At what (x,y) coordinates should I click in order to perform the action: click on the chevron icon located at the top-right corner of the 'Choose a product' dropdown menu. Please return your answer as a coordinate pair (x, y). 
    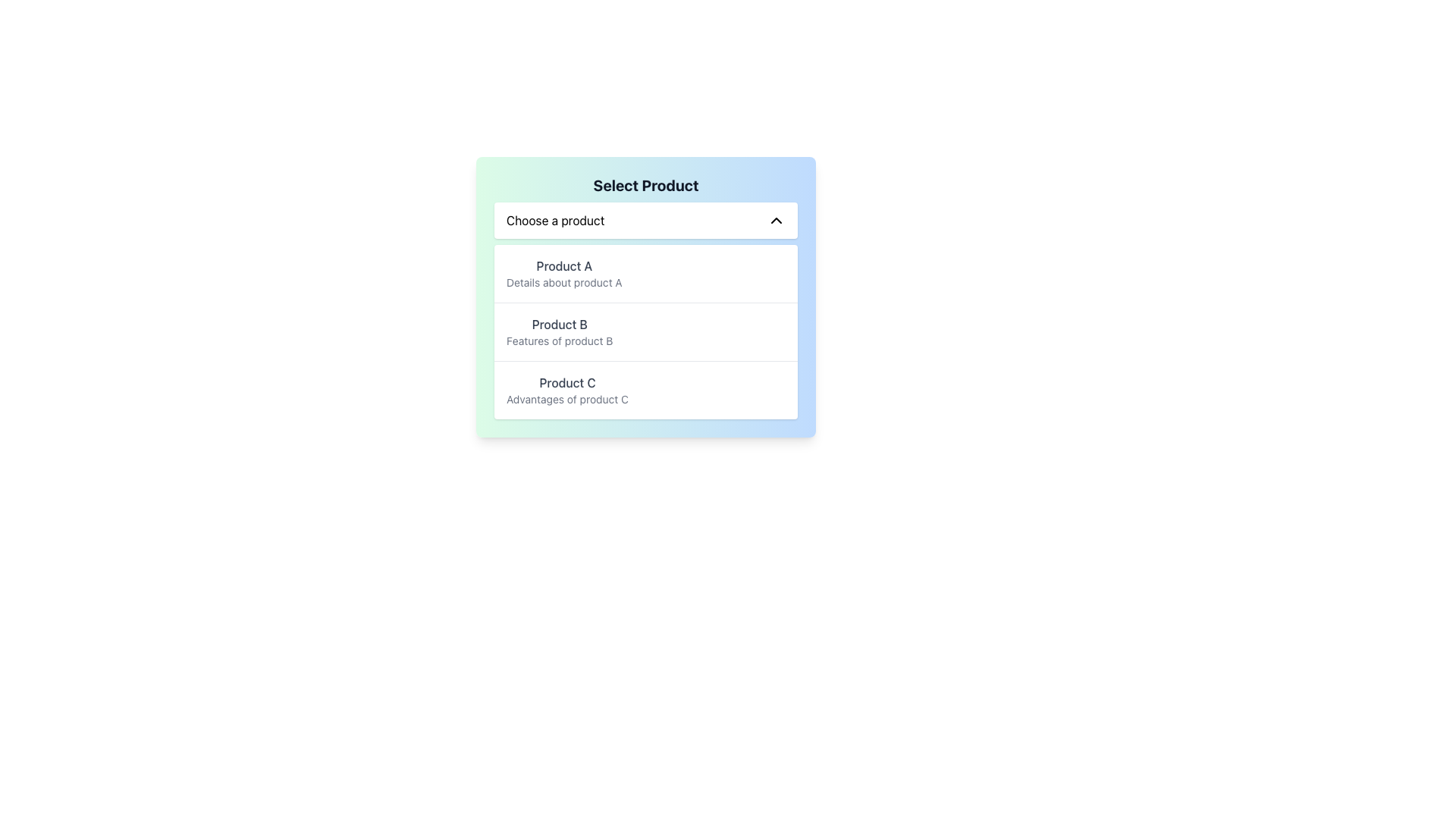
    Looking at the image, I should click on (776, 220).